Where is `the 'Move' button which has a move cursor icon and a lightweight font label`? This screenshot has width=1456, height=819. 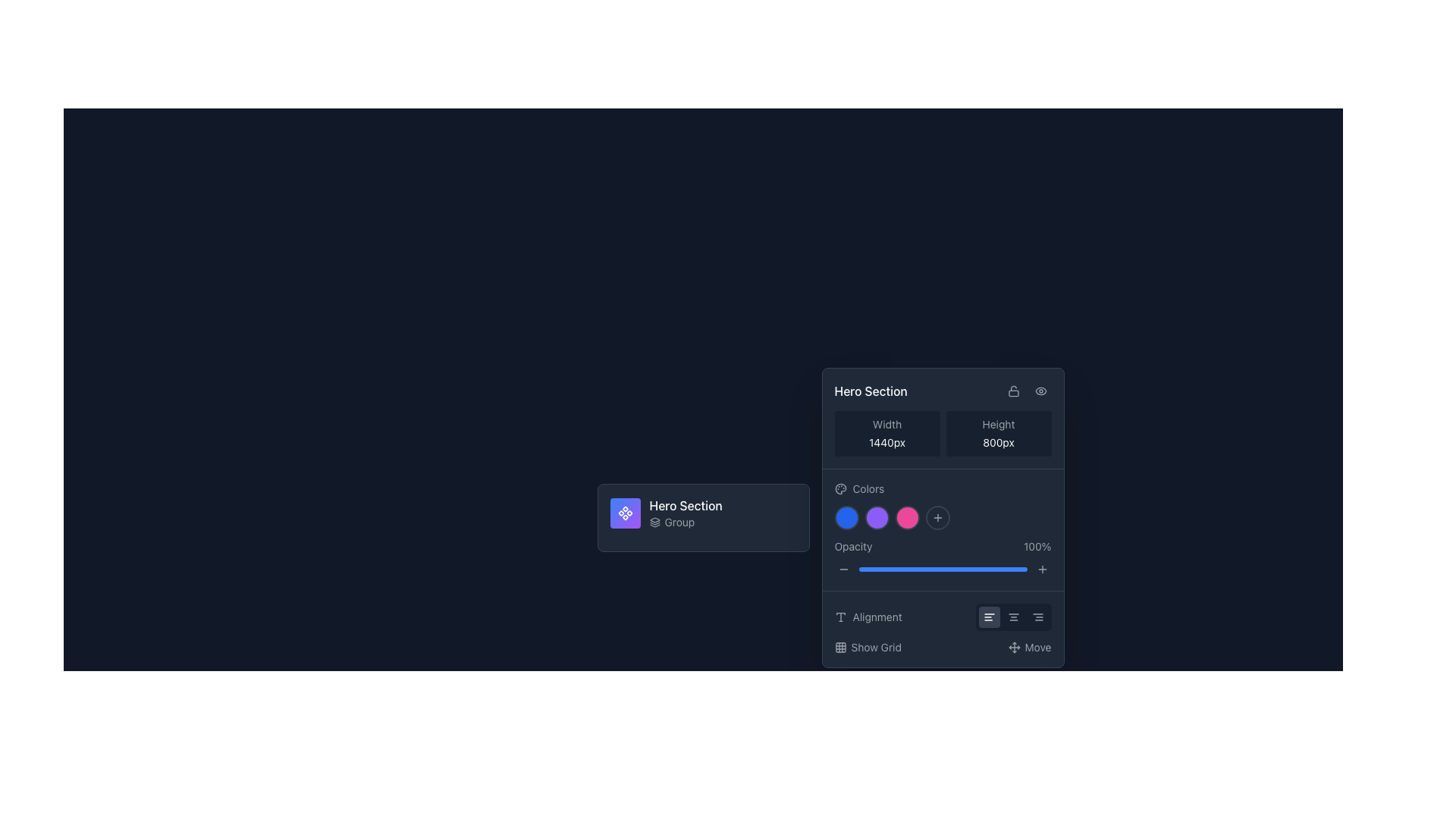
the 'Move' button which has a move cursor icon and a lightweight font label is located at coordinates (1030, 647).